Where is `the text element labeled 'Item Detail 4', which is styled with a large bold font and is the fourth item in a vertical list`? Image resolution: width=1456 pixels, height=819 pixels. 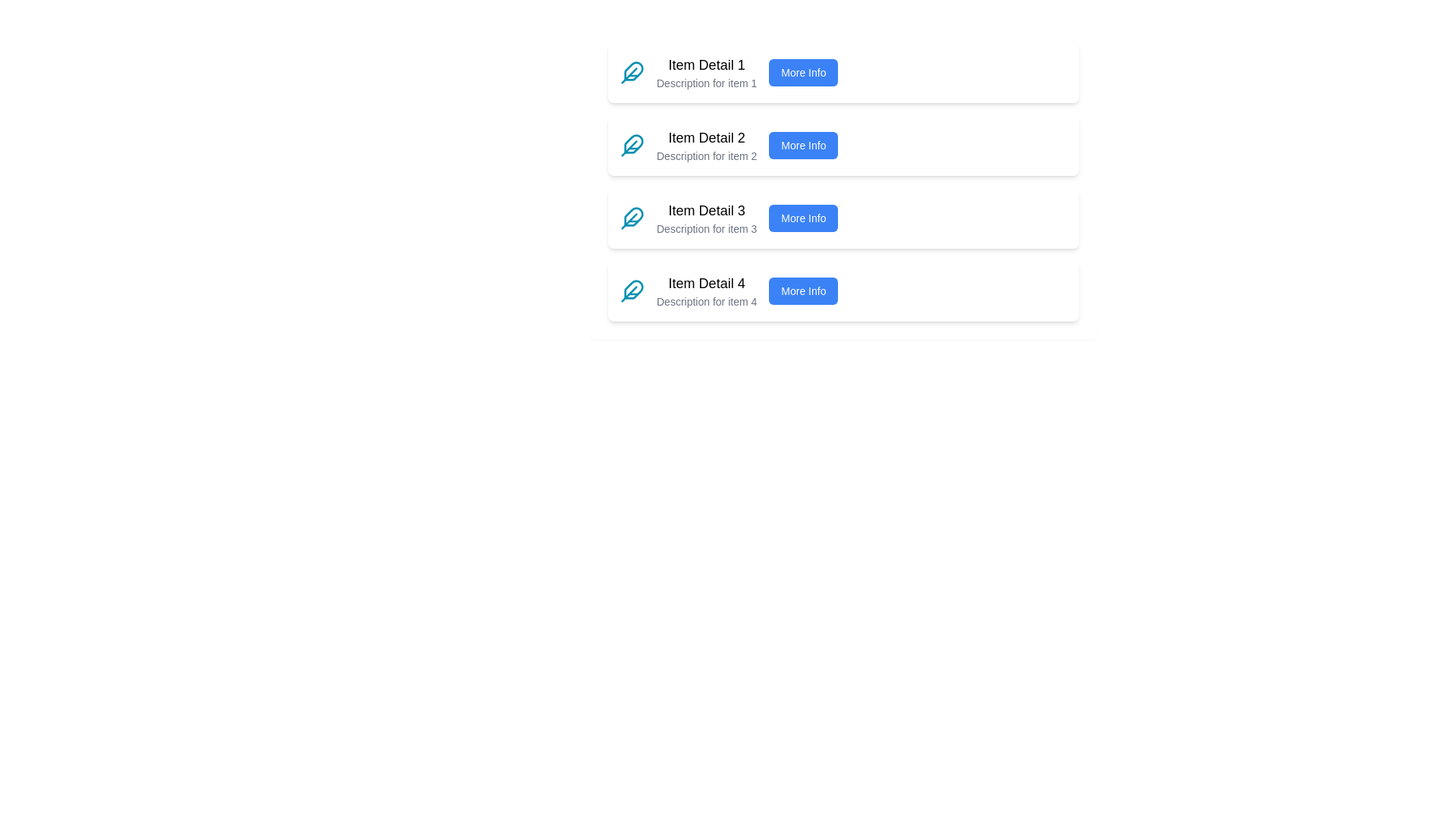
the text element labeled 'Item Detail 4', which is styled with a large bold font and is the fourth item in a vertical list is located at coordinates (706, 284).